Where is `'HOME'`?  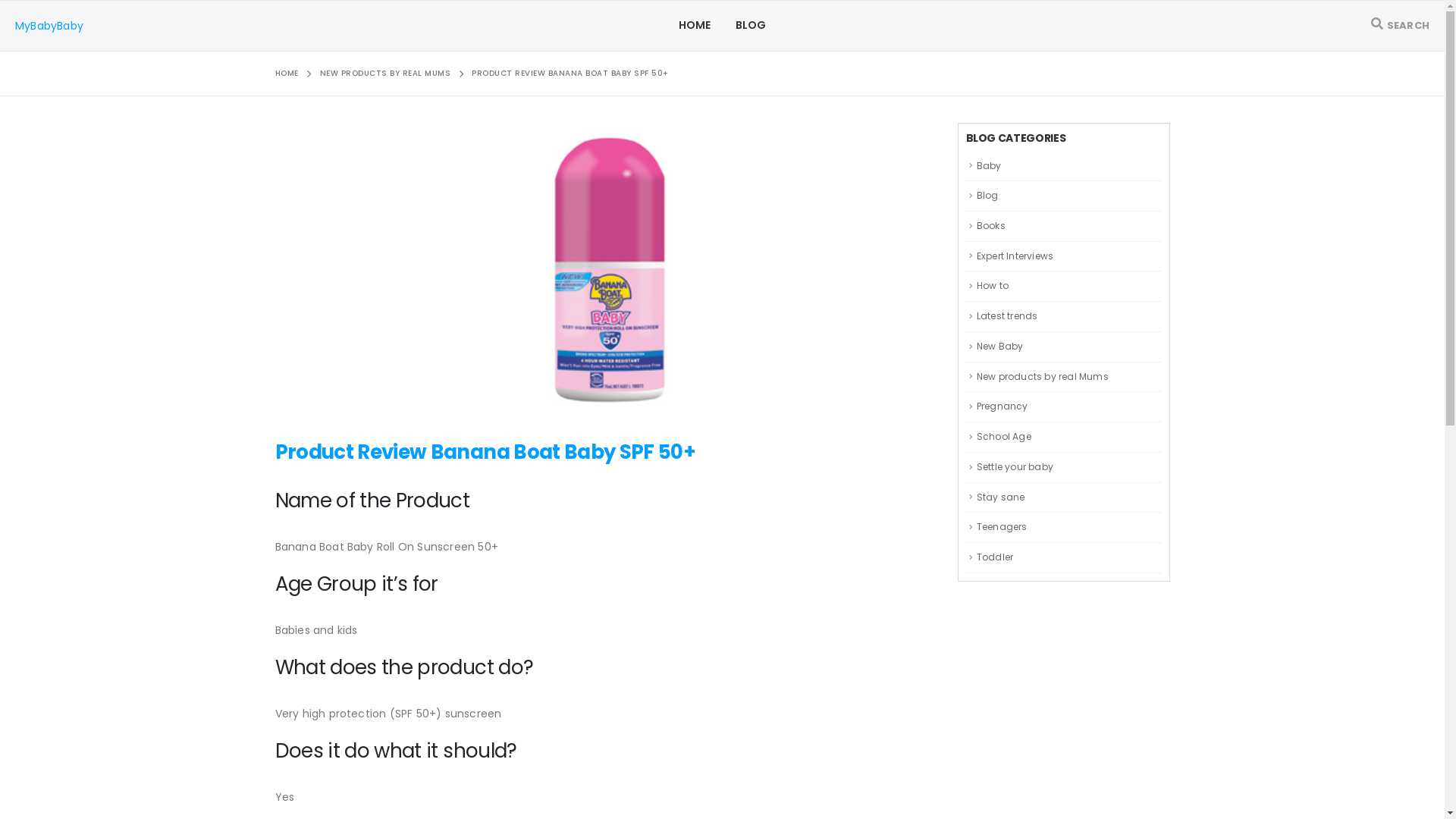 'HOME' is located at coordinates (286, 73).